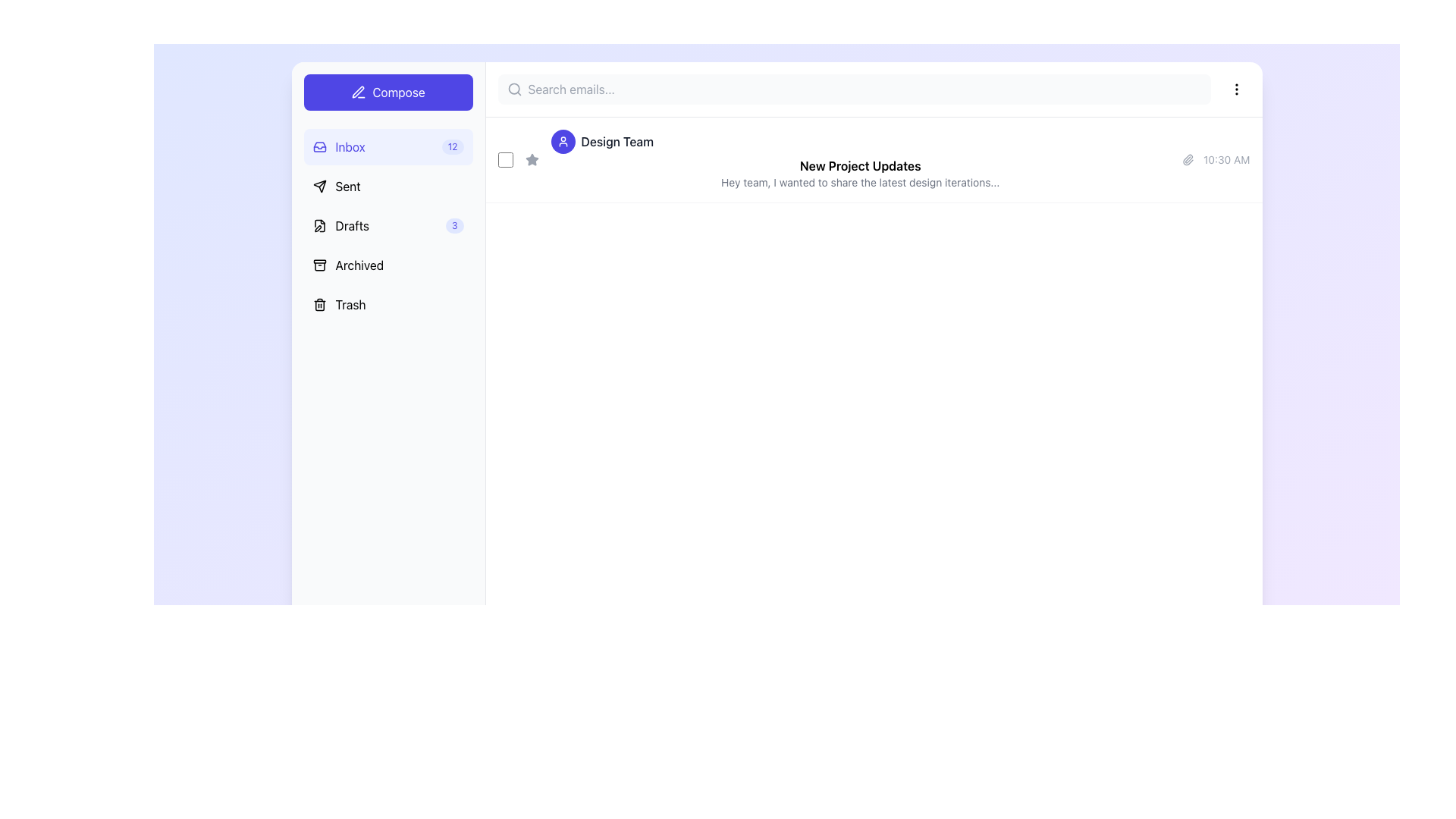 The height and width of the screenshot is (819, 1456). I want to click on the trash bin icon in the left navigation bar, which is styled with a light stroke weight and rounded line caps and joins, representing the trash or recycle bin functionality, so click(318, 304).